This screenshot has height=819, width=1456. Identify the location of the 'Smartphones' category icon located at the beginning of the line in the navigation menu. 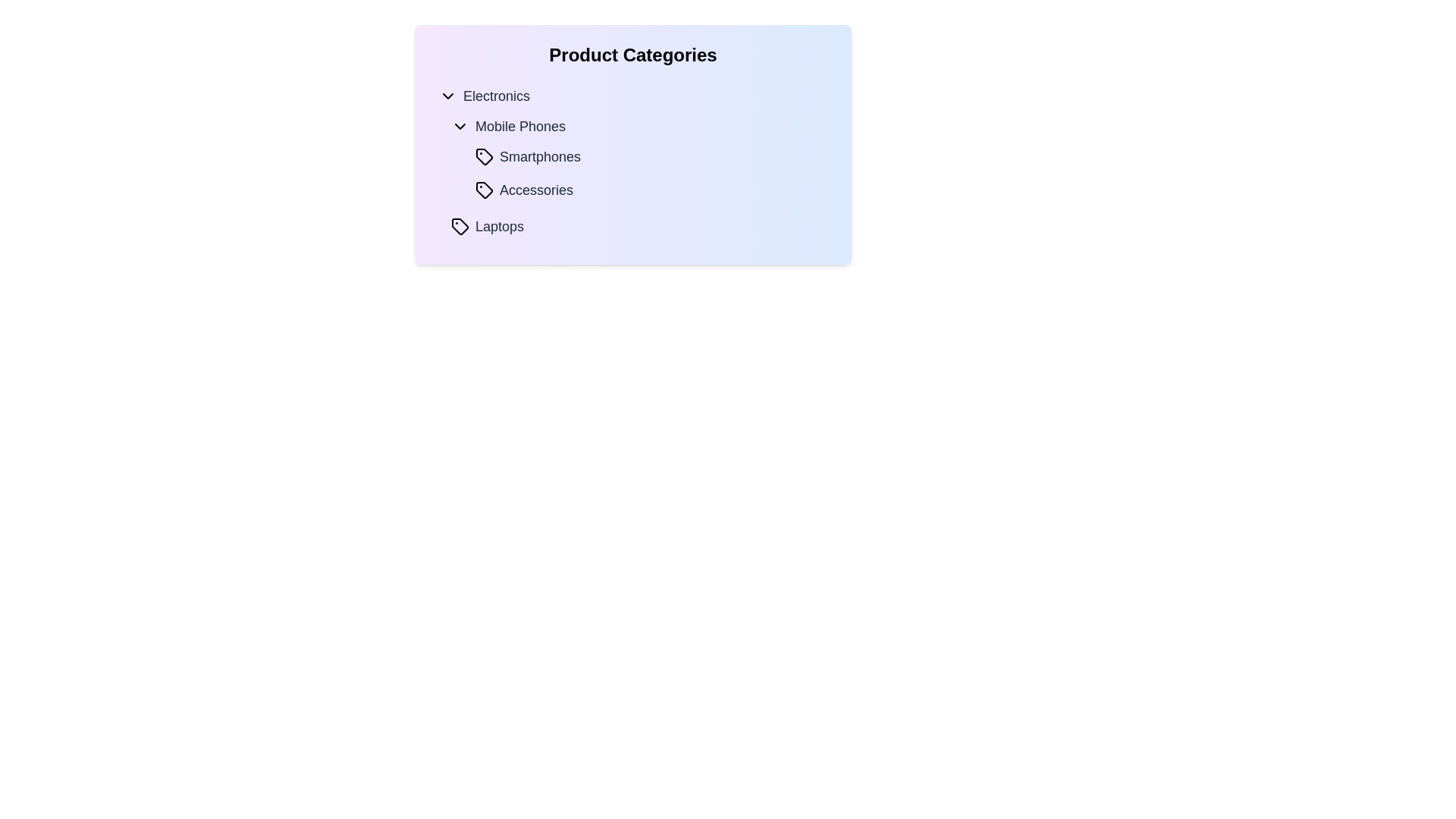
(483, 157).